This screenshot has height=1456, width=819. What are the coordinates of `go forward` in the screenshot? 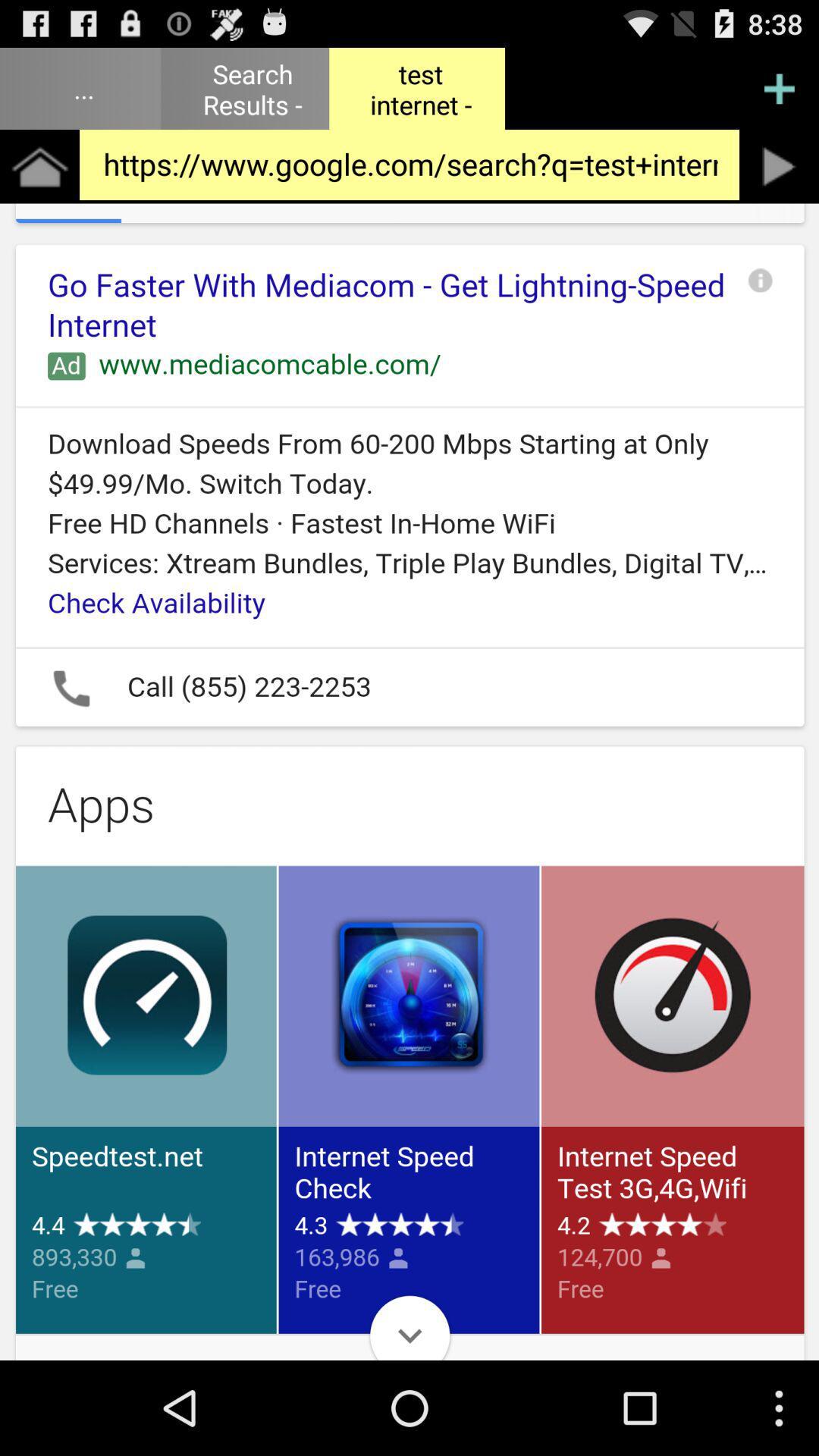 It's located at (779, 166).